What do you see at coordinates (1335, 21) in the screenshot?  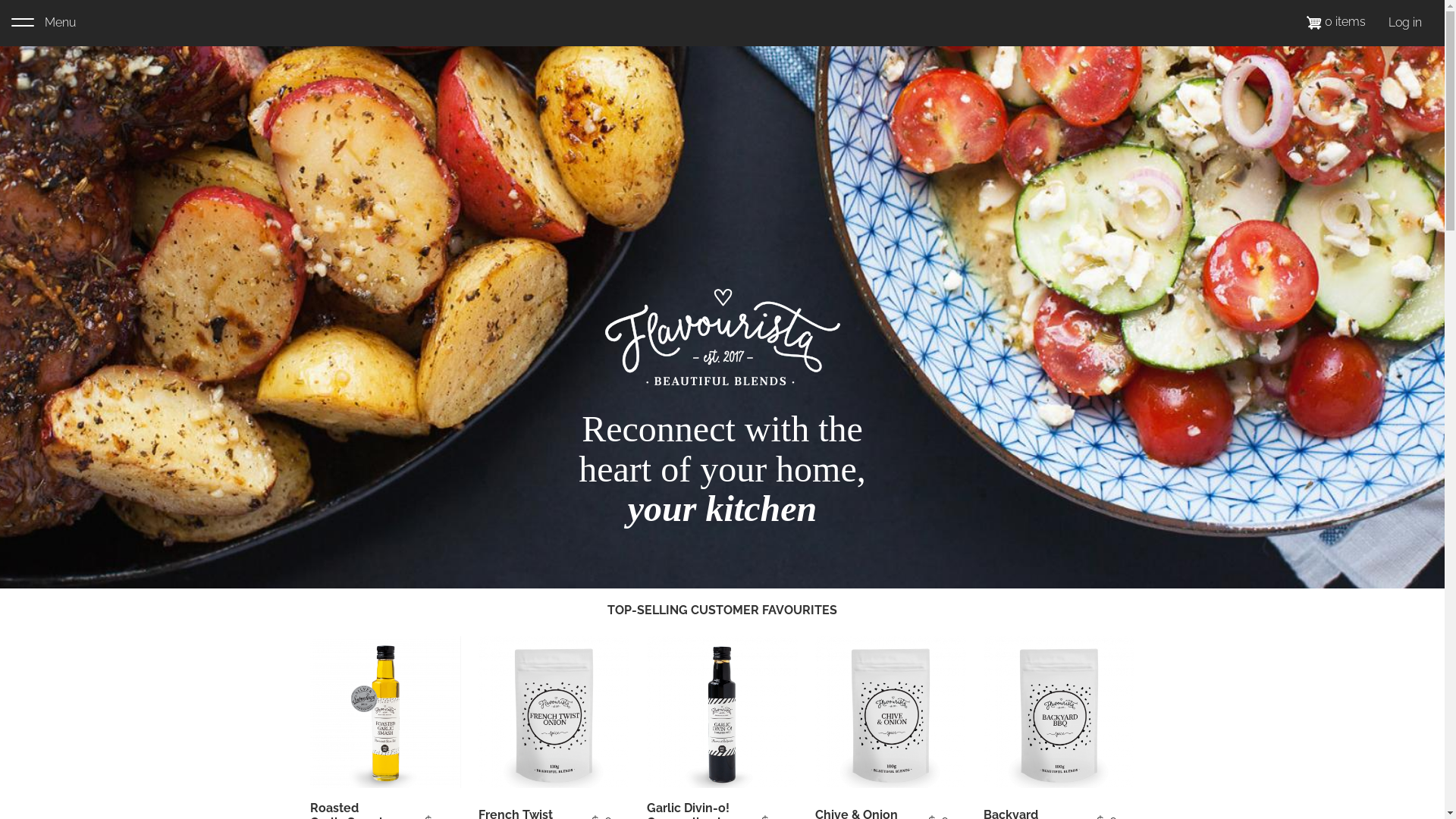 I see `'0 items'` at bounding box center [1335, 21].